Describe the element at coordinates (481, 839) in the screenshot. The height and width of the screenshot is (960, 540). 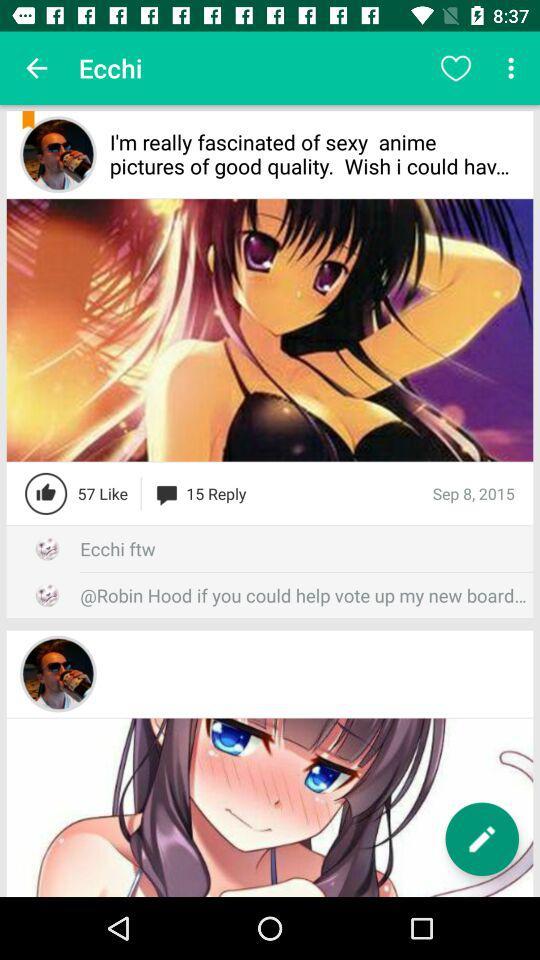
I see `the item at the bottom right corner` at that location.